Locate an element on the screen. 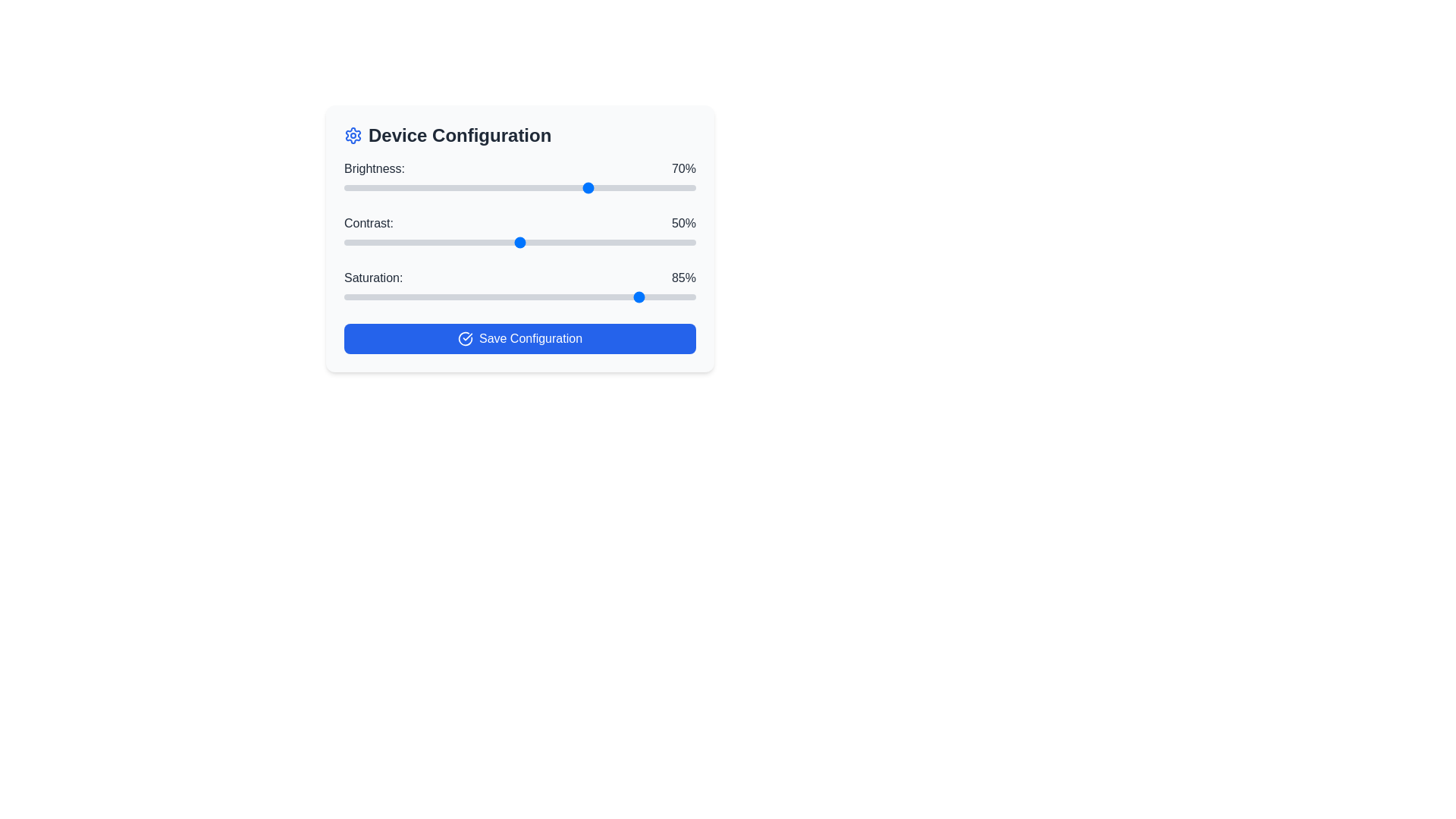  displayed percentage value '50%' from the bold text label located to the right of the 'Contrast:' slider in the 'Device Configuration' panel is located at coordinates (683, 223).